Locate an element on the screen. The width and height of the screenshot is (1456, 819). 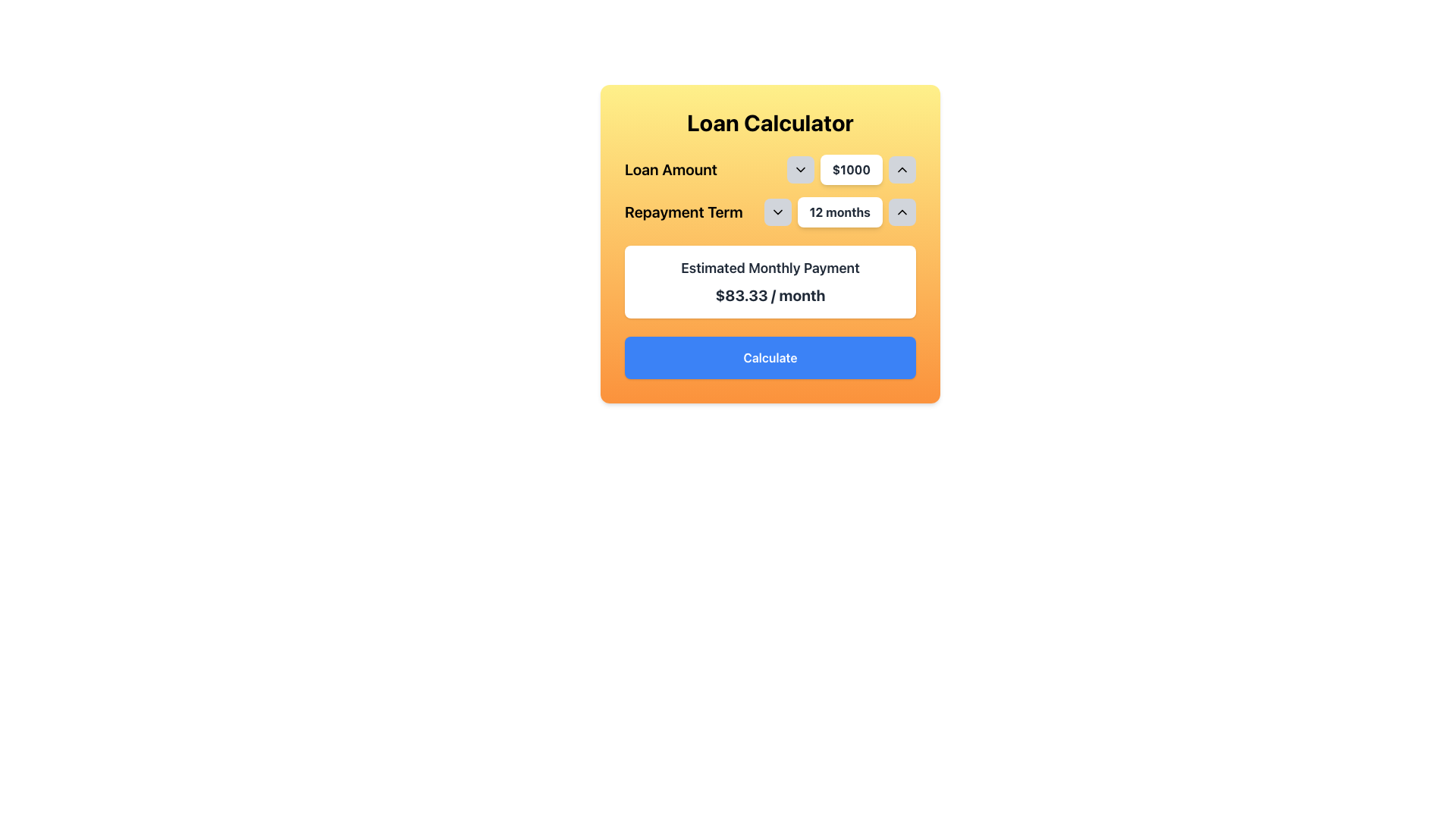
the button located to the left of the '$1000' text, which opens a dropdown menu for loan amount options is located at coordinates (799, 169).